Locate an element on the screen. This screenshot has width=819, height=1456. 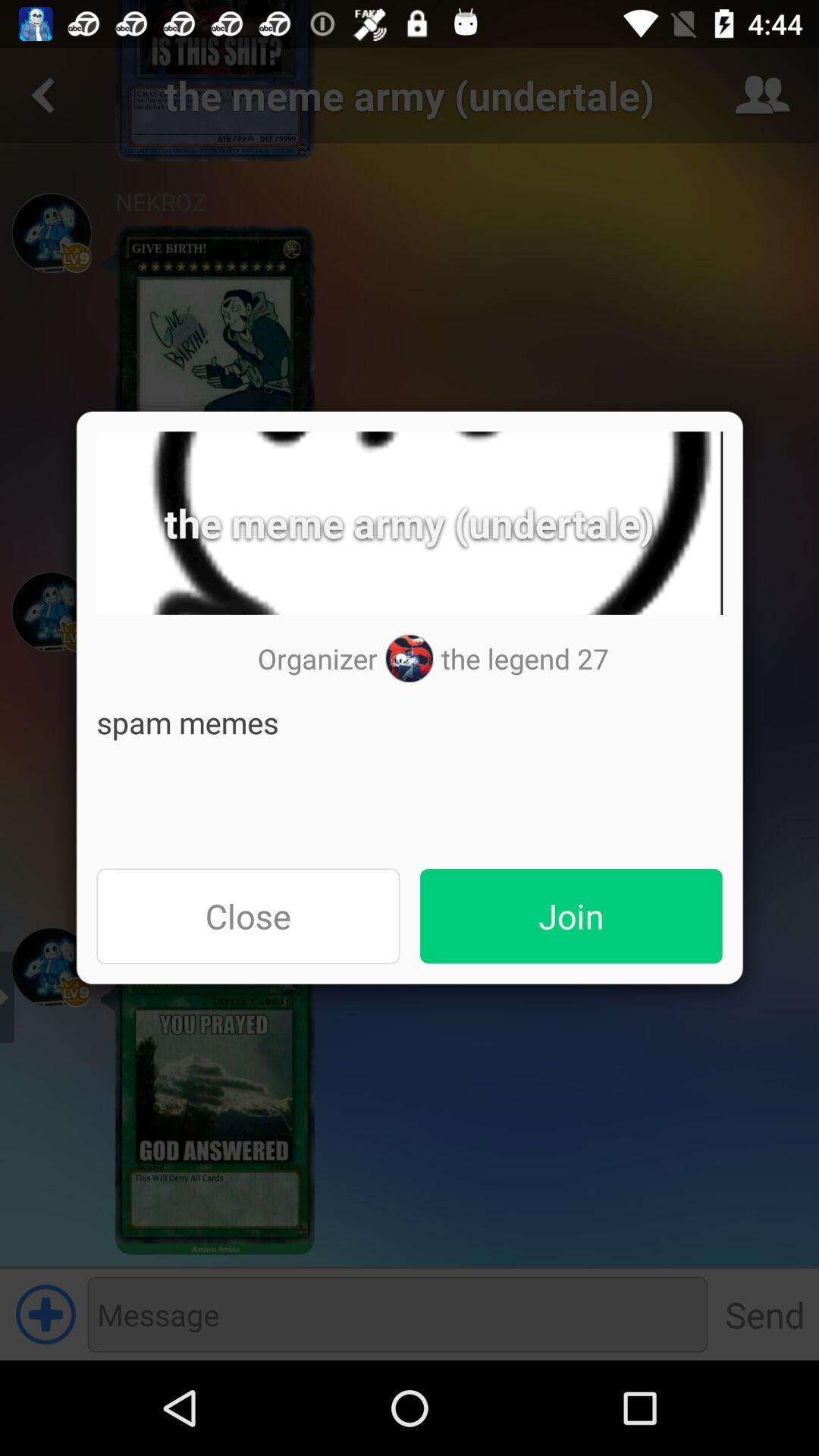
the item below spam memes is located at coordinates (571, 915).